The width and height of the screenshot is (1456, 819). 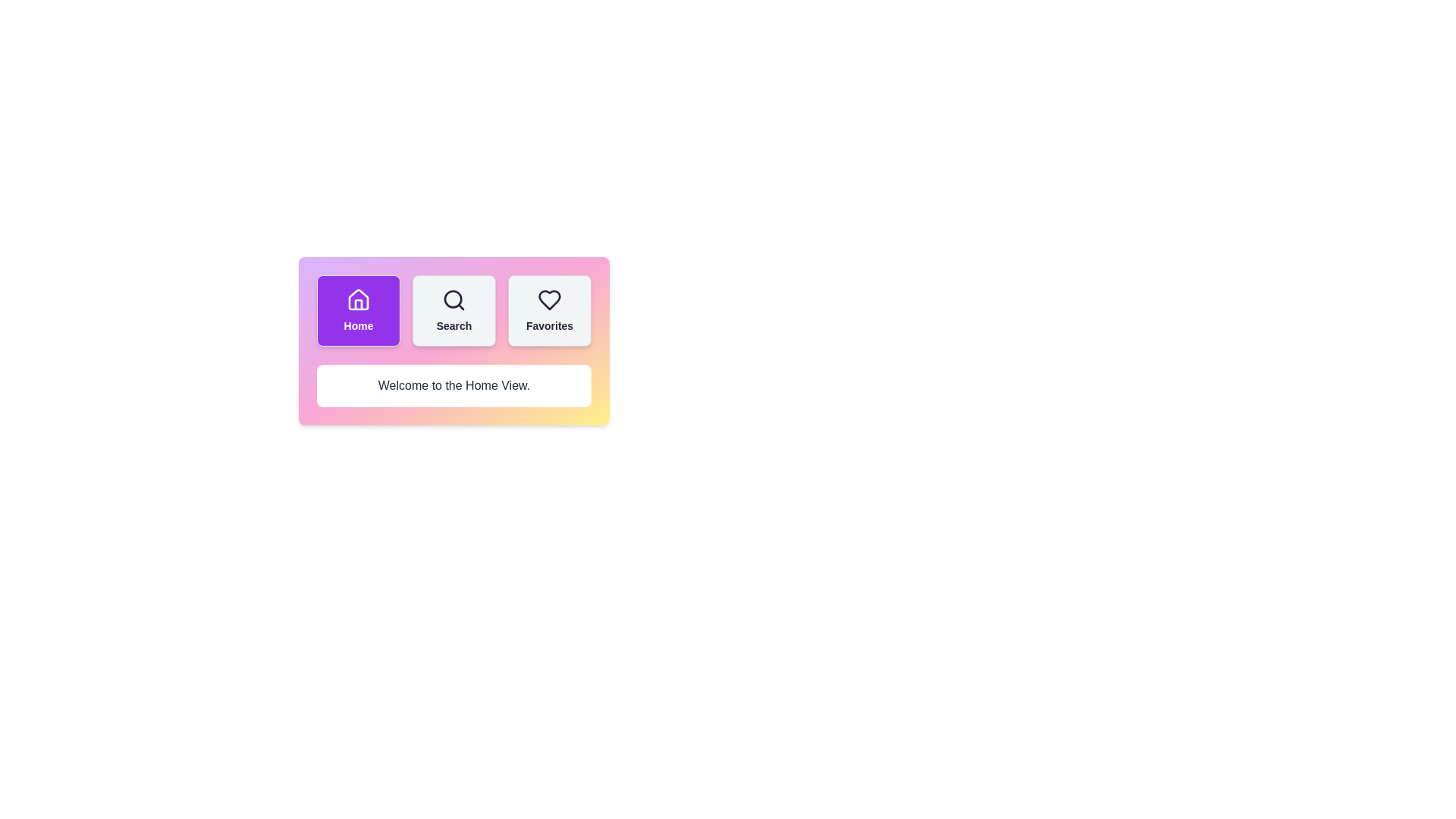 What do you see at coordinates (358, 304) in the screenshot?
I see `the vertical rectangle-like shape within the SVG graphic that represents part of a house structure, located in the lower half of the house icon` at bounding box center [358, 304].